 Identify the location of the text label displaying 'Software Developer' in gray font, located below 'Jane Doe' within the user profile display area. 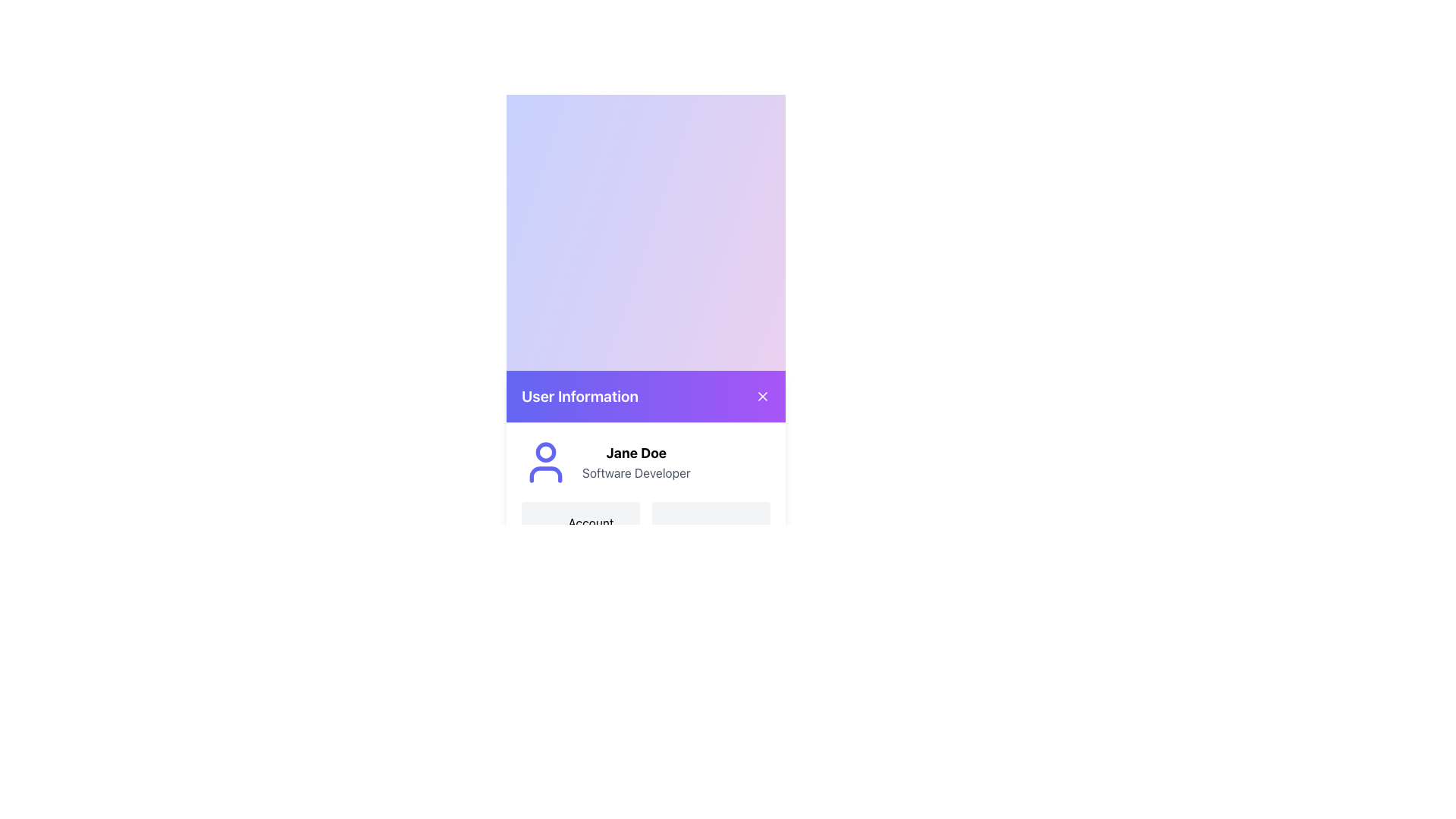
(636, 472).